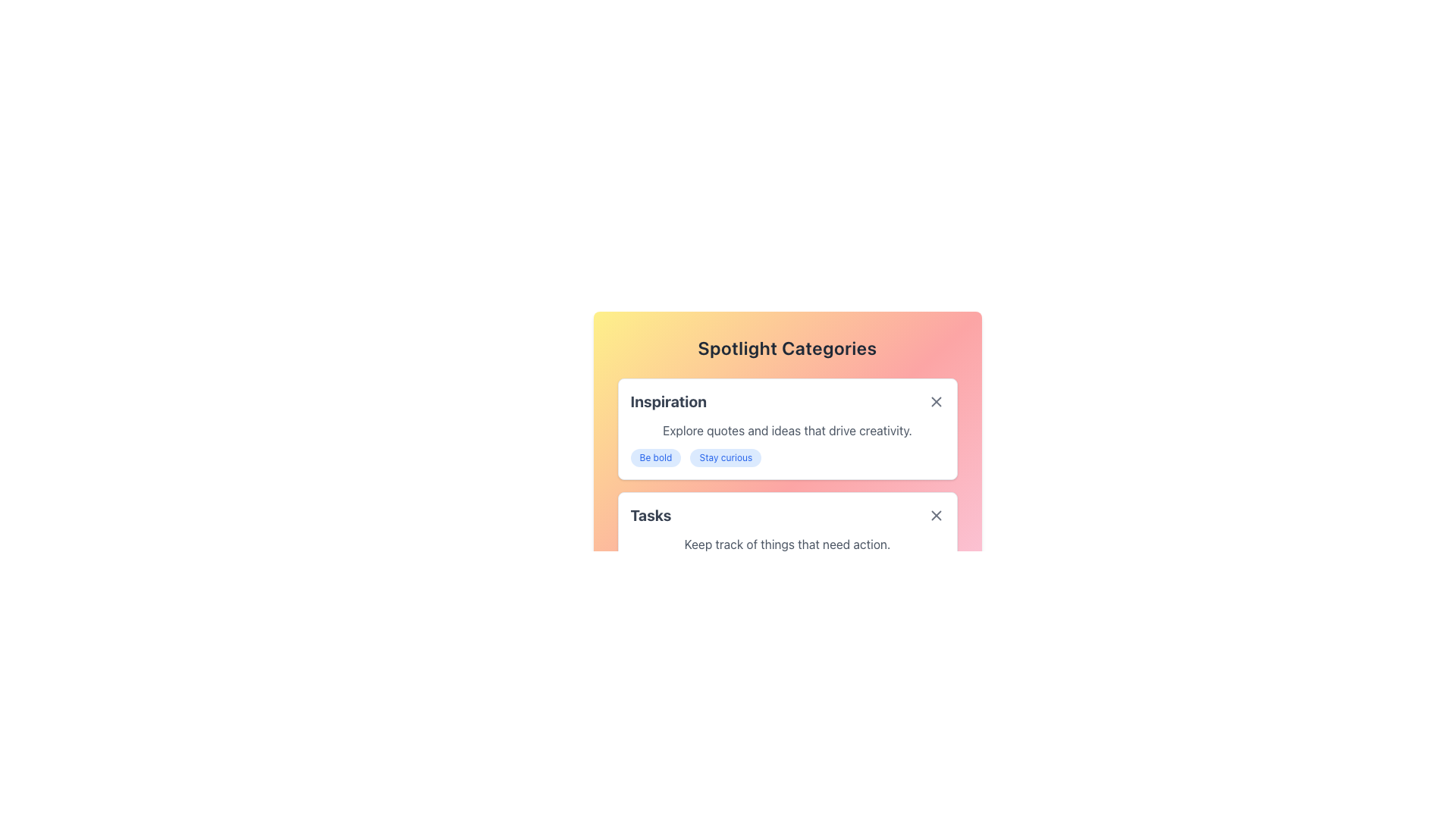 The width and height of the screenshot is (1456, 819). I want to click on the Text Label that provides an explanatory or supportive description for the tasks section, located below the title 'Tasks', so click(787, 543).